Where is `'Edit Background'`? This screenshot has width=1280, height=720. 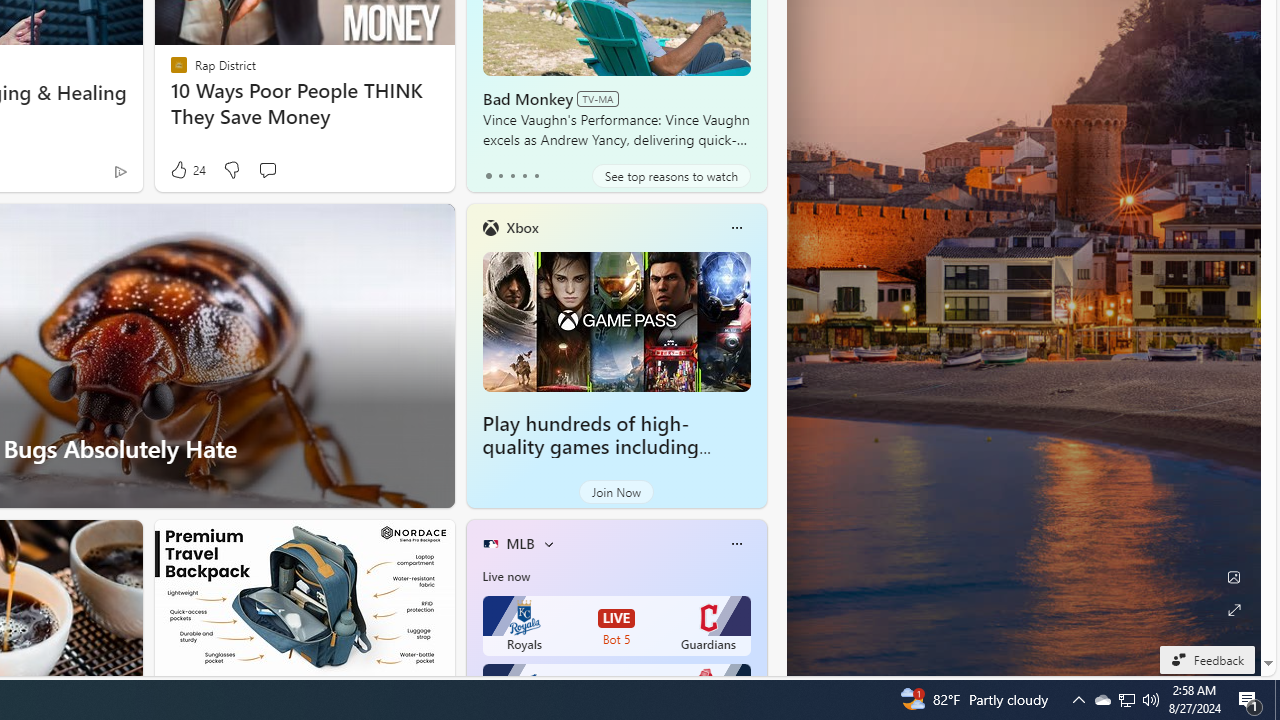
'Edit Background' is located at coordinates (1232, 577).